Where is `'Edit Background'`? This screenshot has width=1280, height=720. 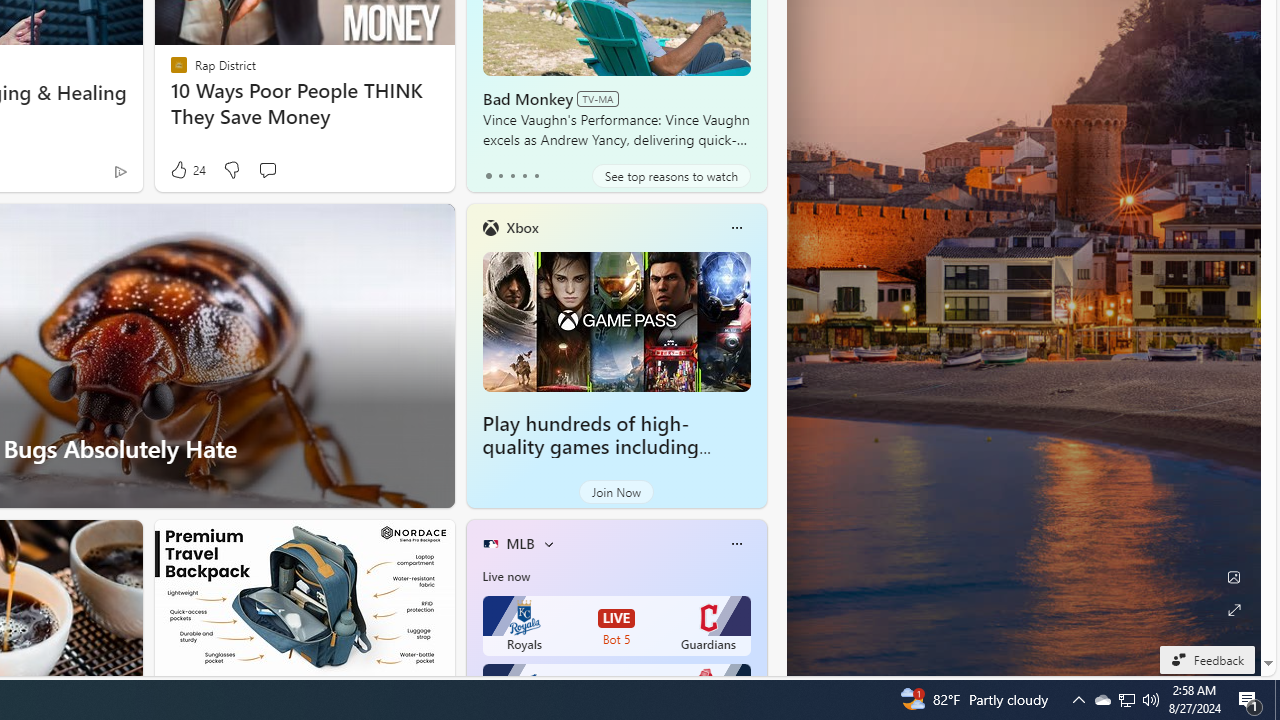
'Edit Background' is located at coordinates (1232, 577).